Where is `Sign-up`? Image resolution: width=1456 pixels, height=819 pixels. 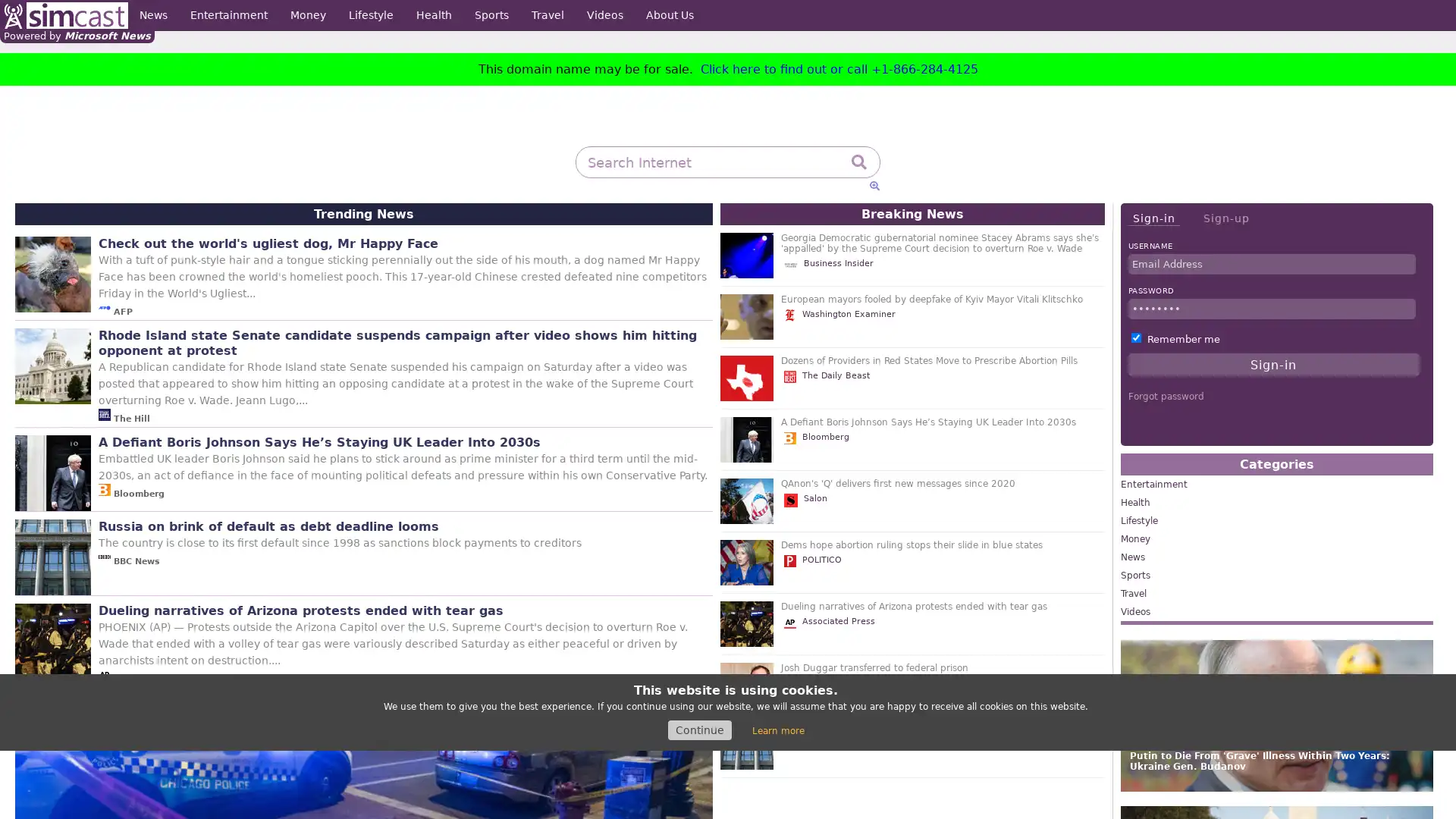 Sign-up is located at coordinates (1225, 218).